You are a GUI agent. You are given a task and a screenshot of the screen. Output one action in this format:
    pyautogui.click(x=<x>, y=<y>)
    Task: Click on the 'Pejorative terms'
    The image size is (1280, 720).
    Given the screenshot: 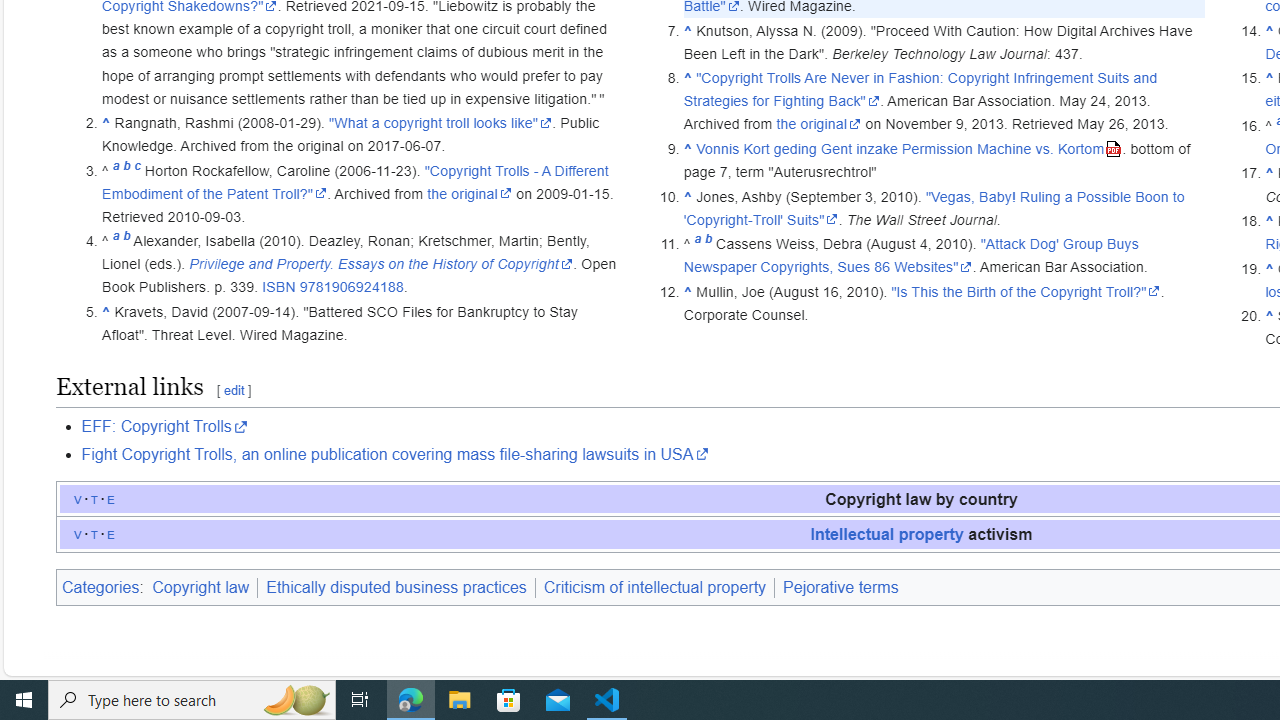 What is the action you would take?
    pyautogui.click(x=840, y=586)
    